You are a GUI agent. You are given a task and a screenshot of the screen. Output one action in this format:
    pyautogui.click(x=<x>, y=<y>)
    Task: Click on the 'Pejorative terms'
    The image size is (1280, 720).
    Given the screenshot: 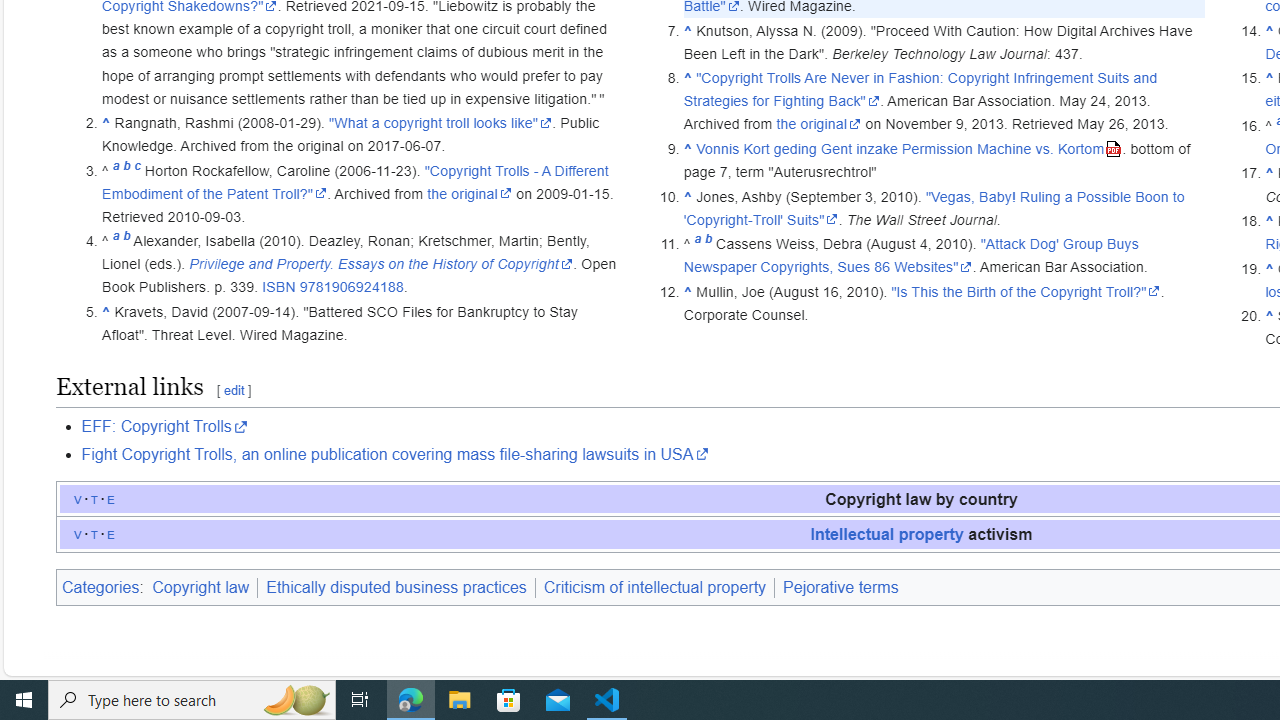 What is the action you would take?
    pyautogui.click(x=840, y=586)
    